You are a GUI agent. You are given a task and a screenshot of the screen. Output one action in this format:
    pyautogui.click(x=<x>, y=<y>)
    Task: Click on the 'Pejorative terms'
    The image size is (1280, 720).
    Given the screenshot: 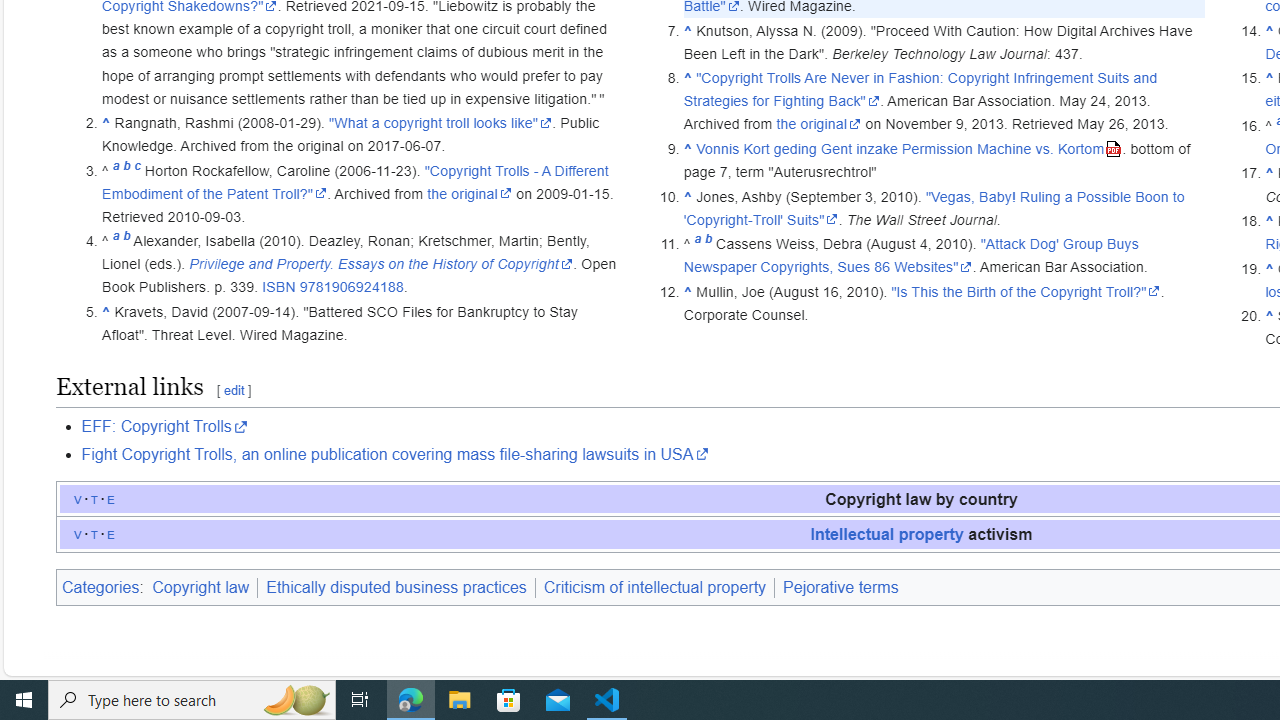 What is the action you would take?
    pyautogui.click(x=840, y=586)
    